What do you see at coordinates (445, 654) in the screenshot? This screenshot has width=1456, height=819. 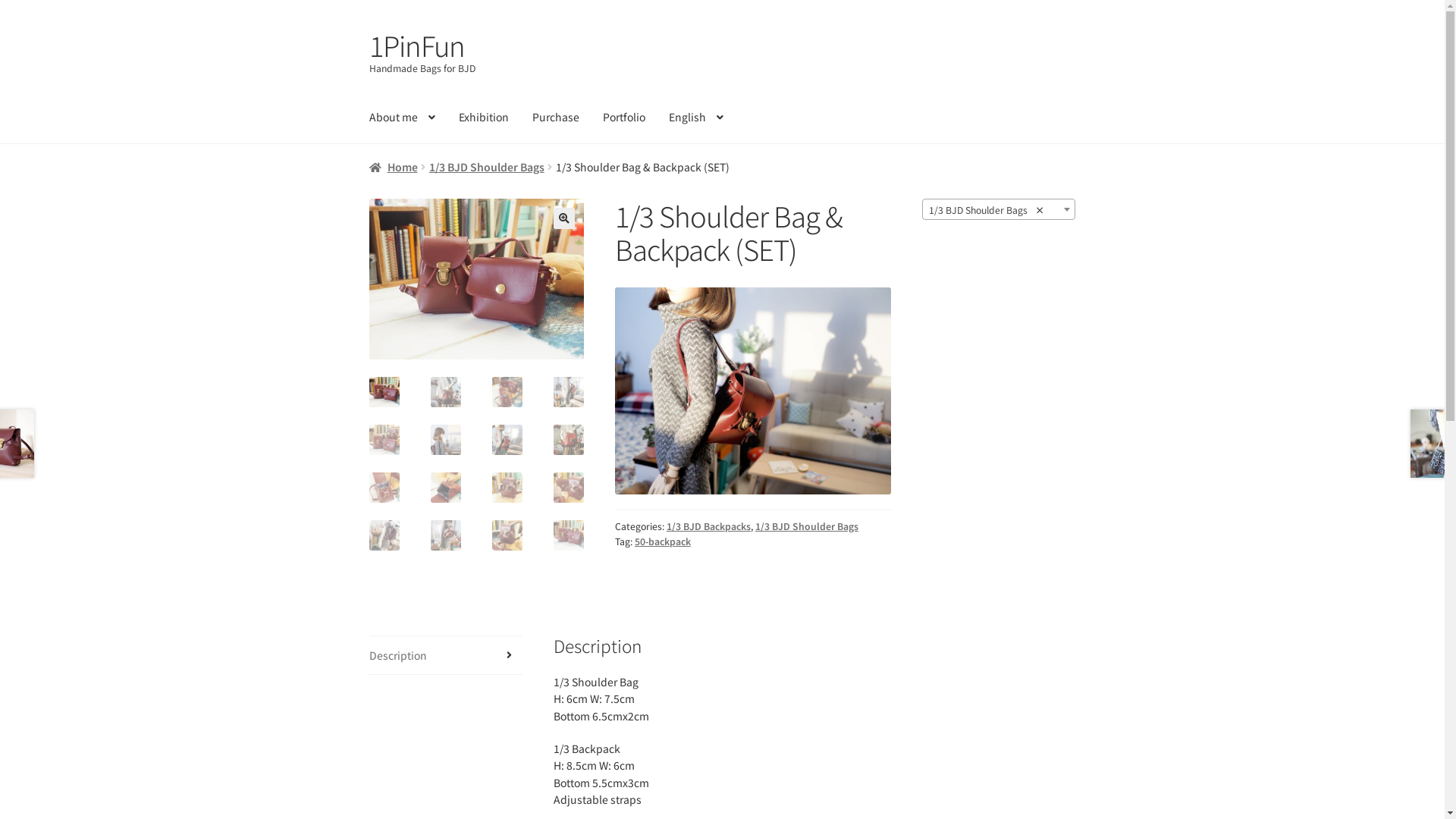 I see `'Description'` at bounding box center [445, 654].